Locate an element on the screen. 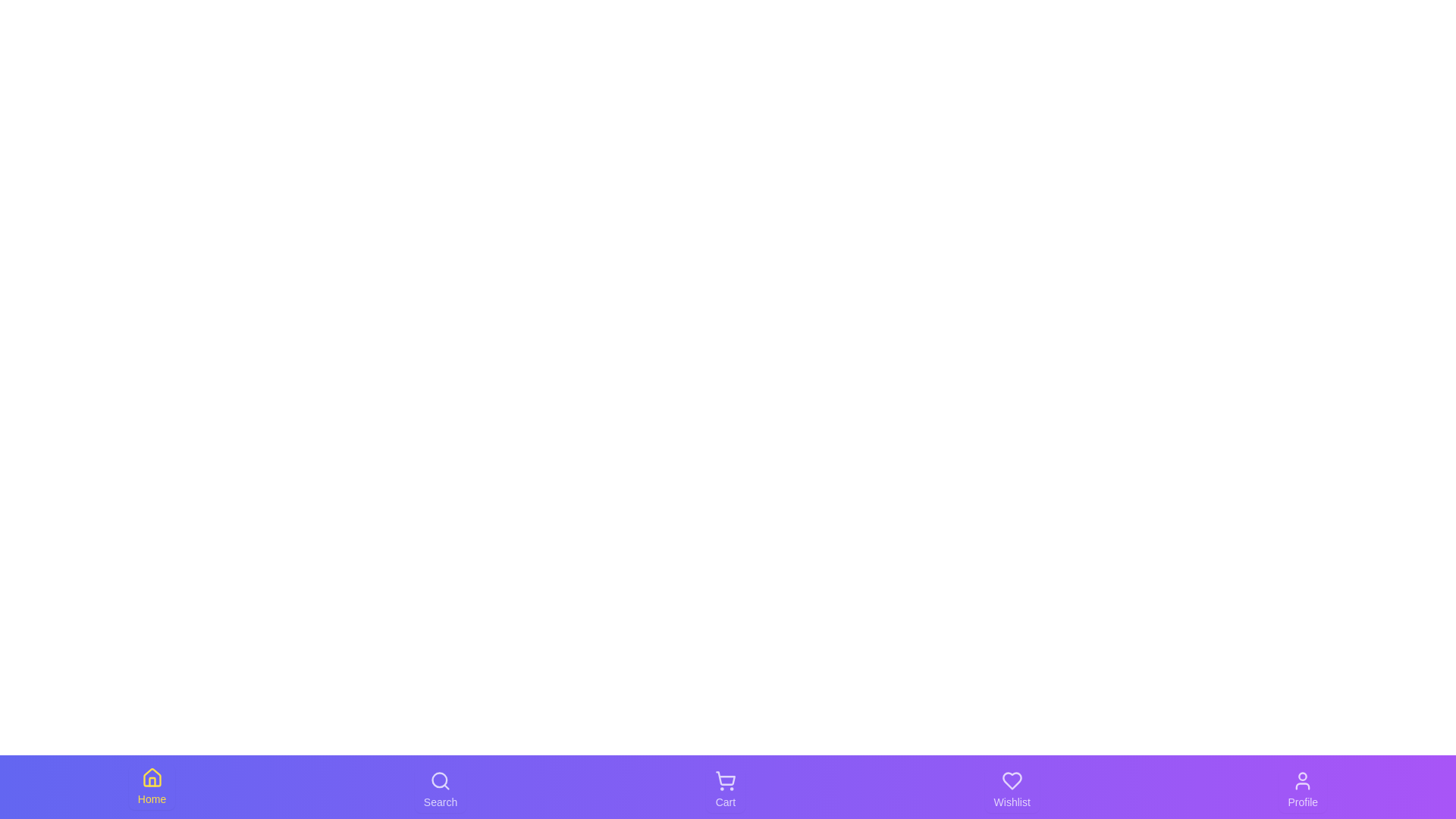 The image size is (1456, 819). the tab corresponding to Profile to switch to that section is located at coordinates (1302, 789).